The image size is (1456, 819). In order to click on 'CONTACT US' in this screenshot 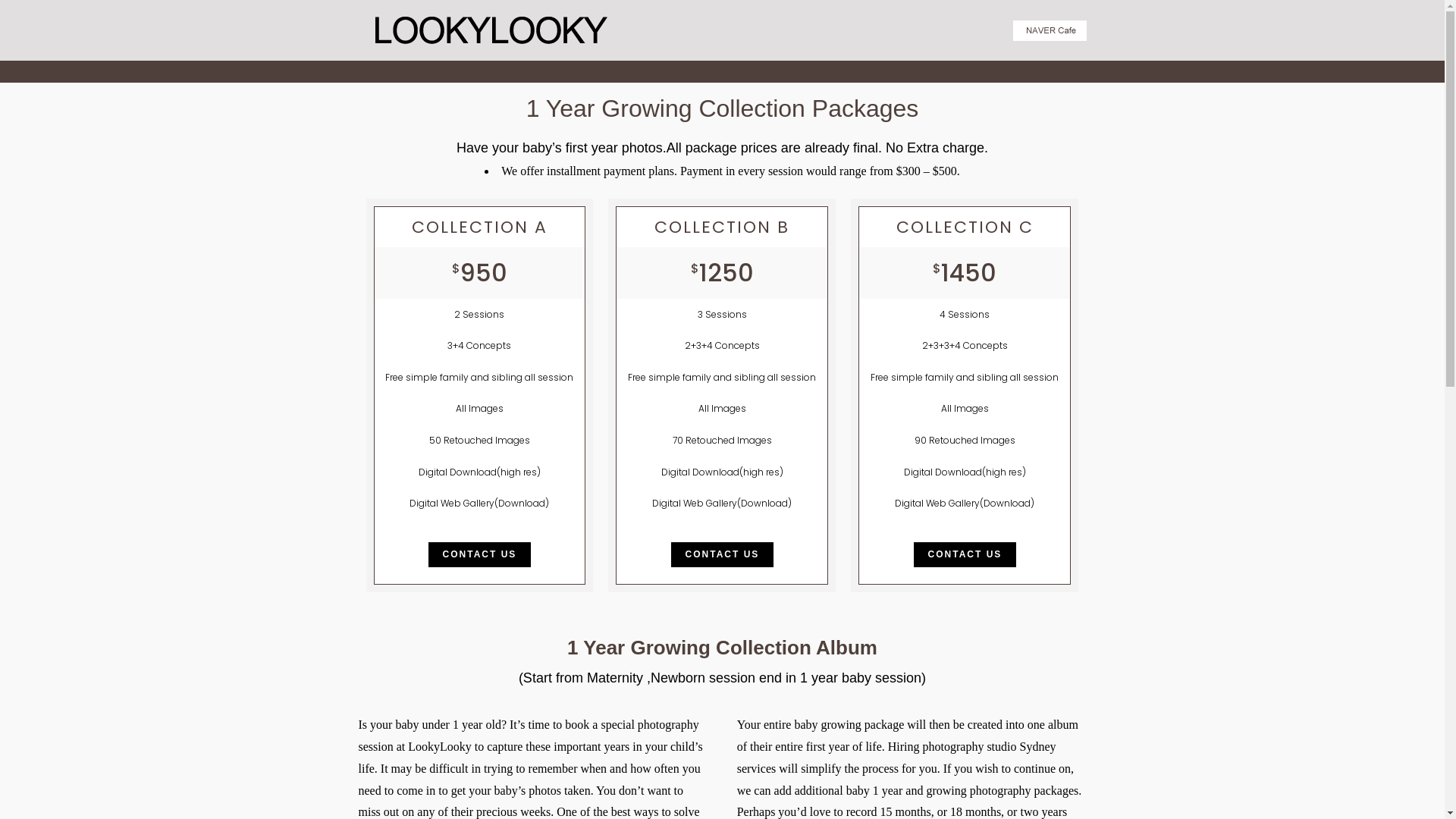, I will do `click(722, 554)`.